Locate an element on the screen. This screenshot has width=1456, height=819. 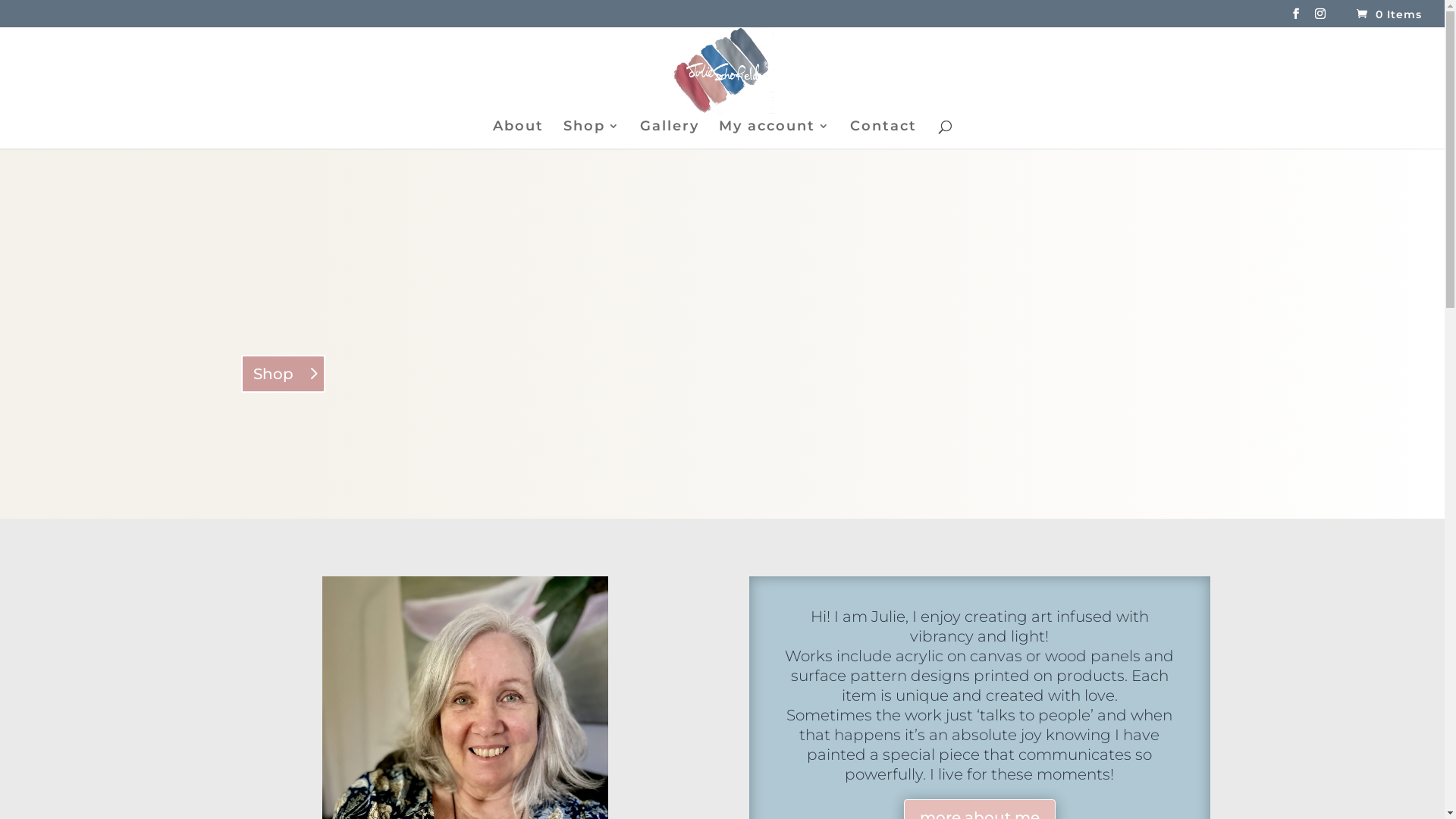
'0 Items' is located at coordinates (1387, 14).